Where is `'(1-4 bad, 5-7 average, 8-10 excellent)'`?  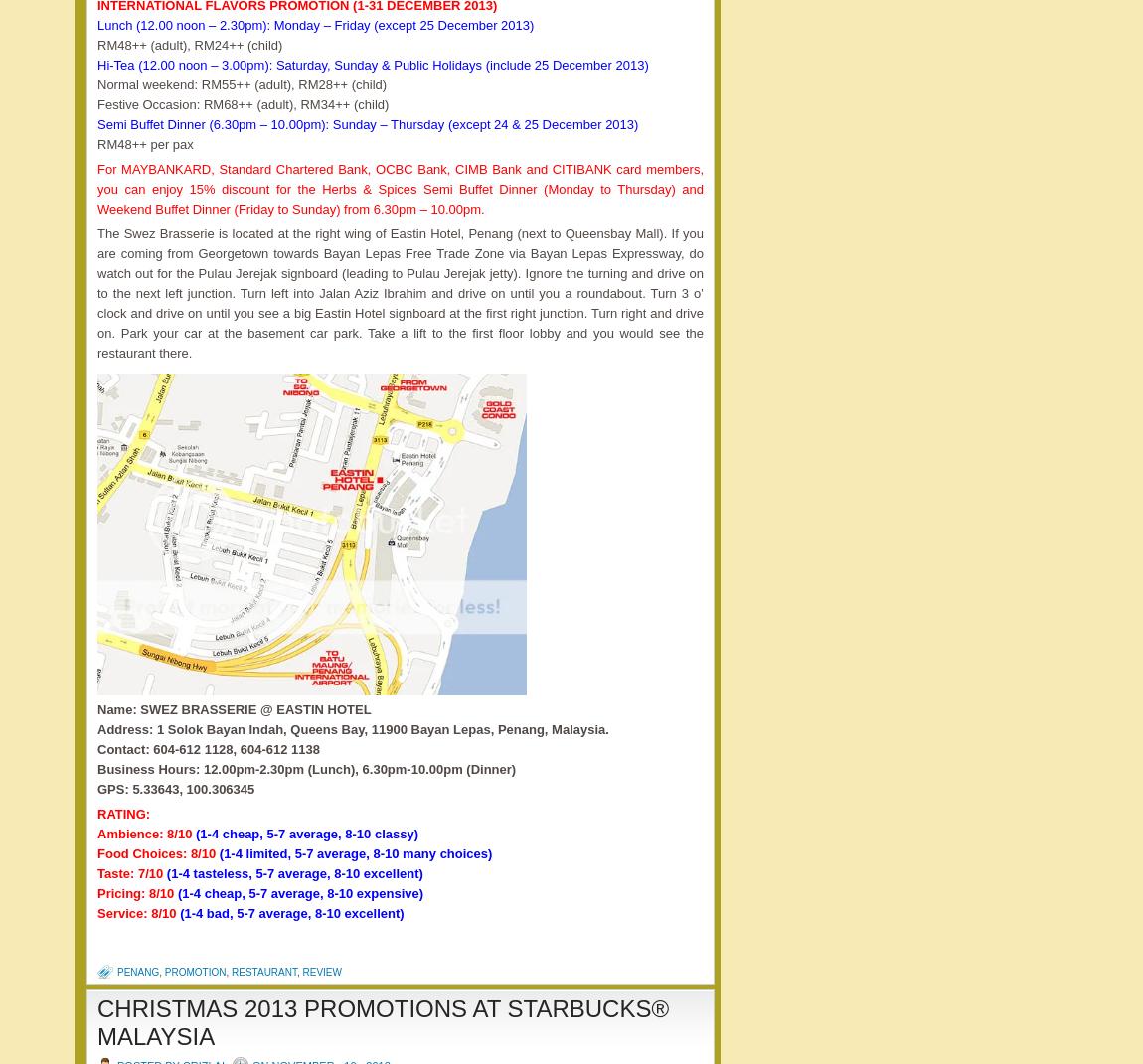 '(1-4 bad, 5-7 average, 8-10 excellent)' is located at coordinates (291, 912).